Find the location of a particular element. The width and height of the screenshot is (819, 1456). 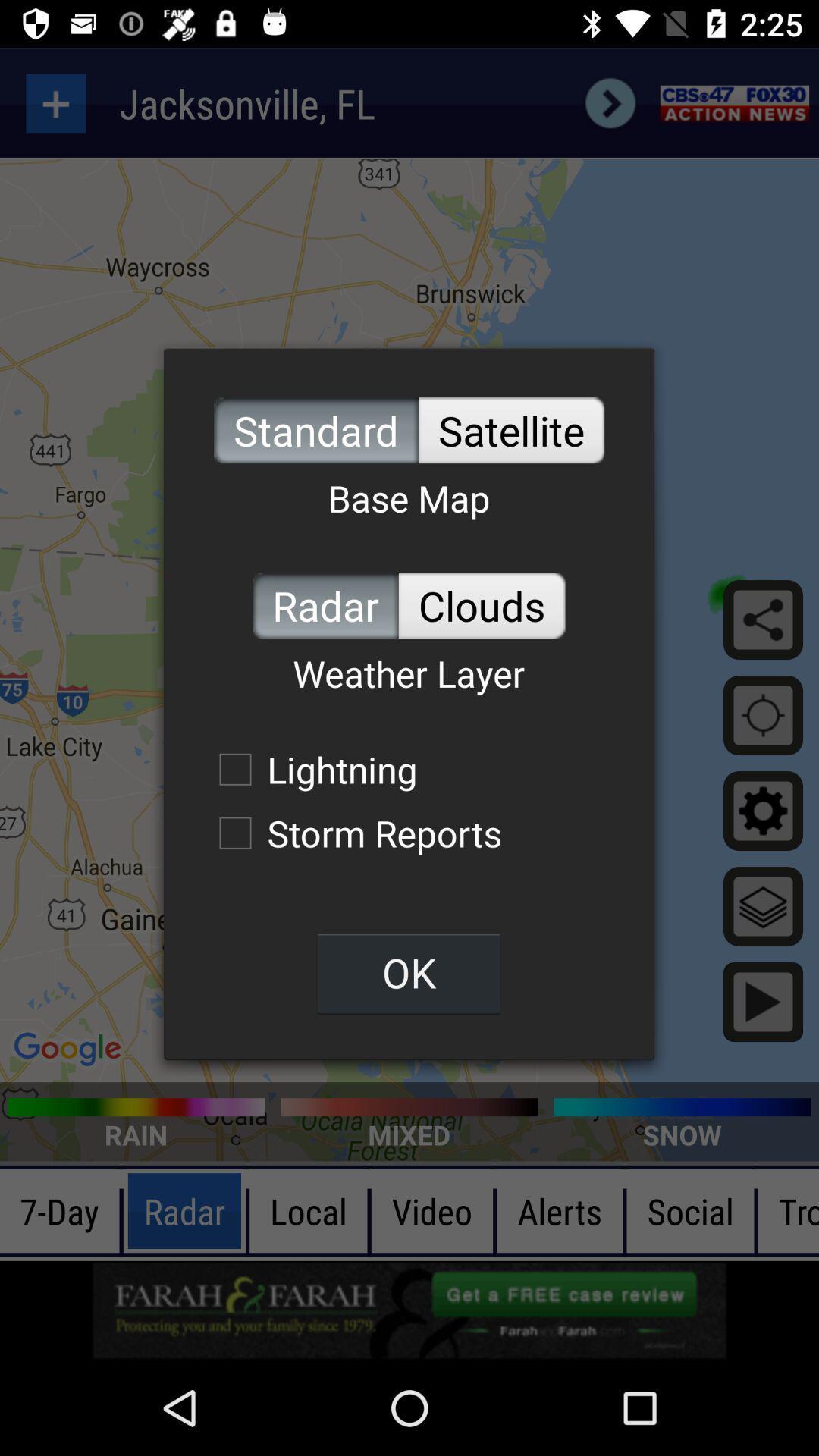

the standard item is located at coordinates (315, 429).